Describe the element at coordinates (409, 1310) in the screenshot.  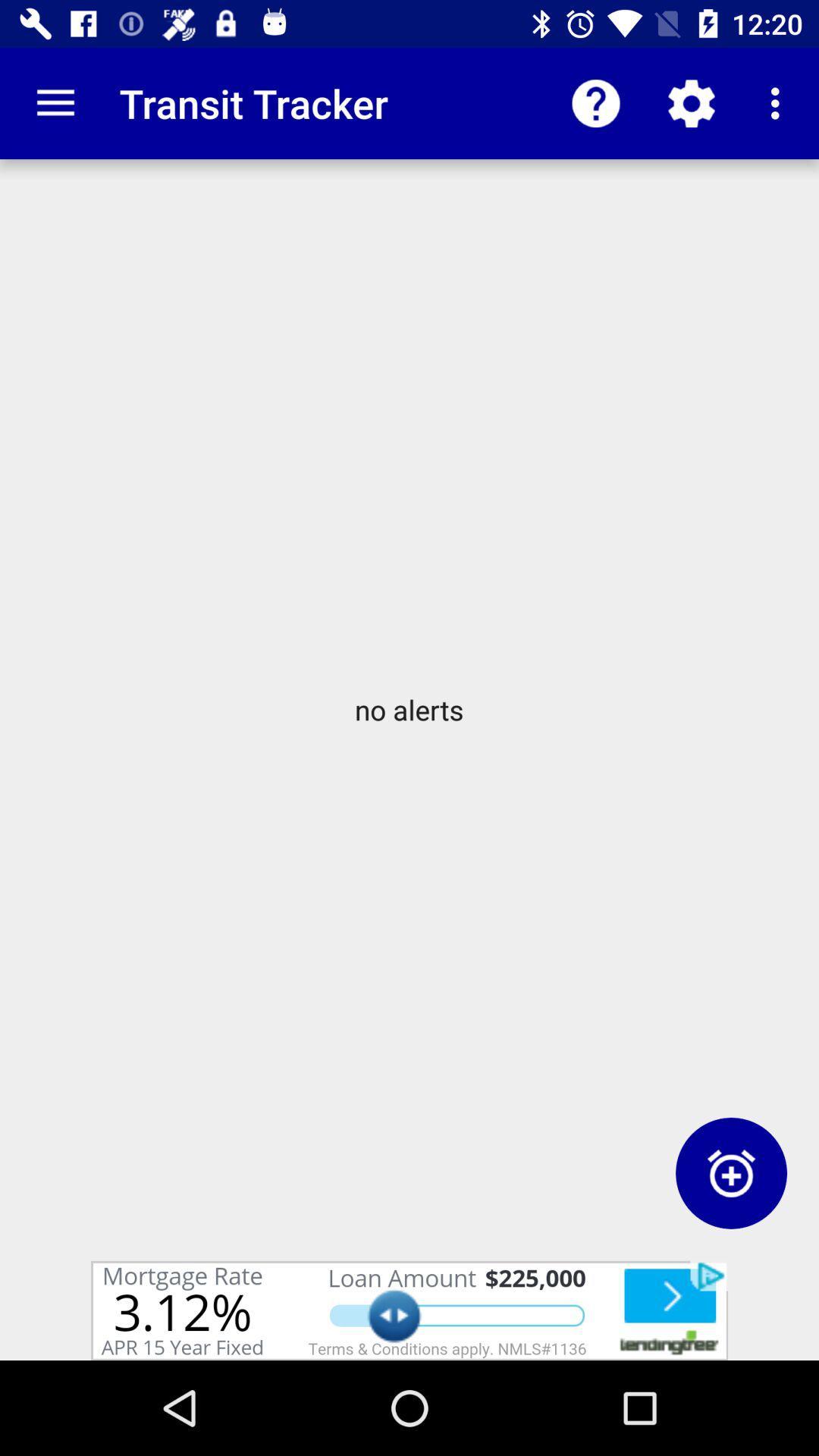
I see `advertisement banner` at that location.